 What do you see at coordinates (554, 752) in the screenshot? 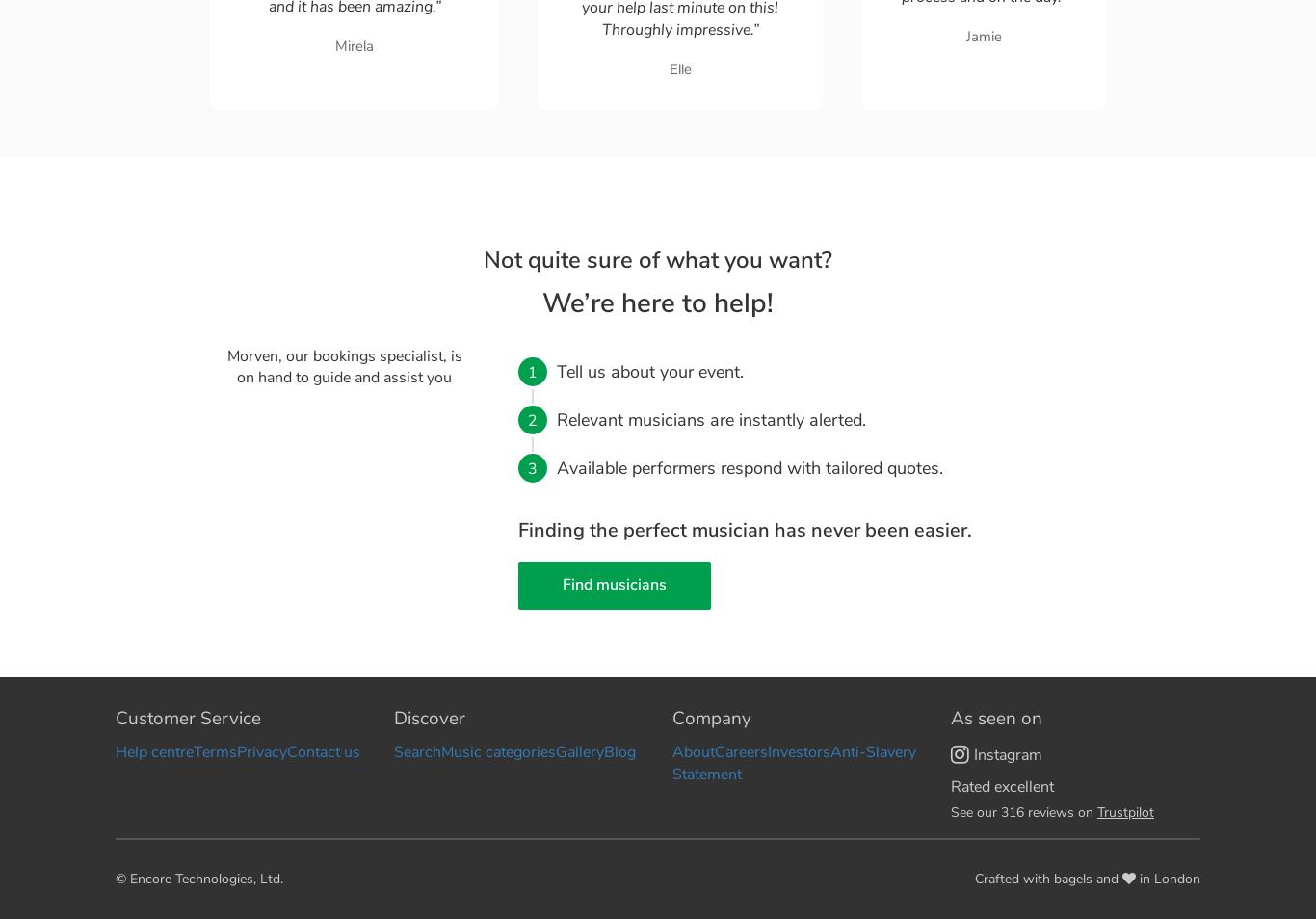
I see `'Gallery'` at bounding box center [554, 752].